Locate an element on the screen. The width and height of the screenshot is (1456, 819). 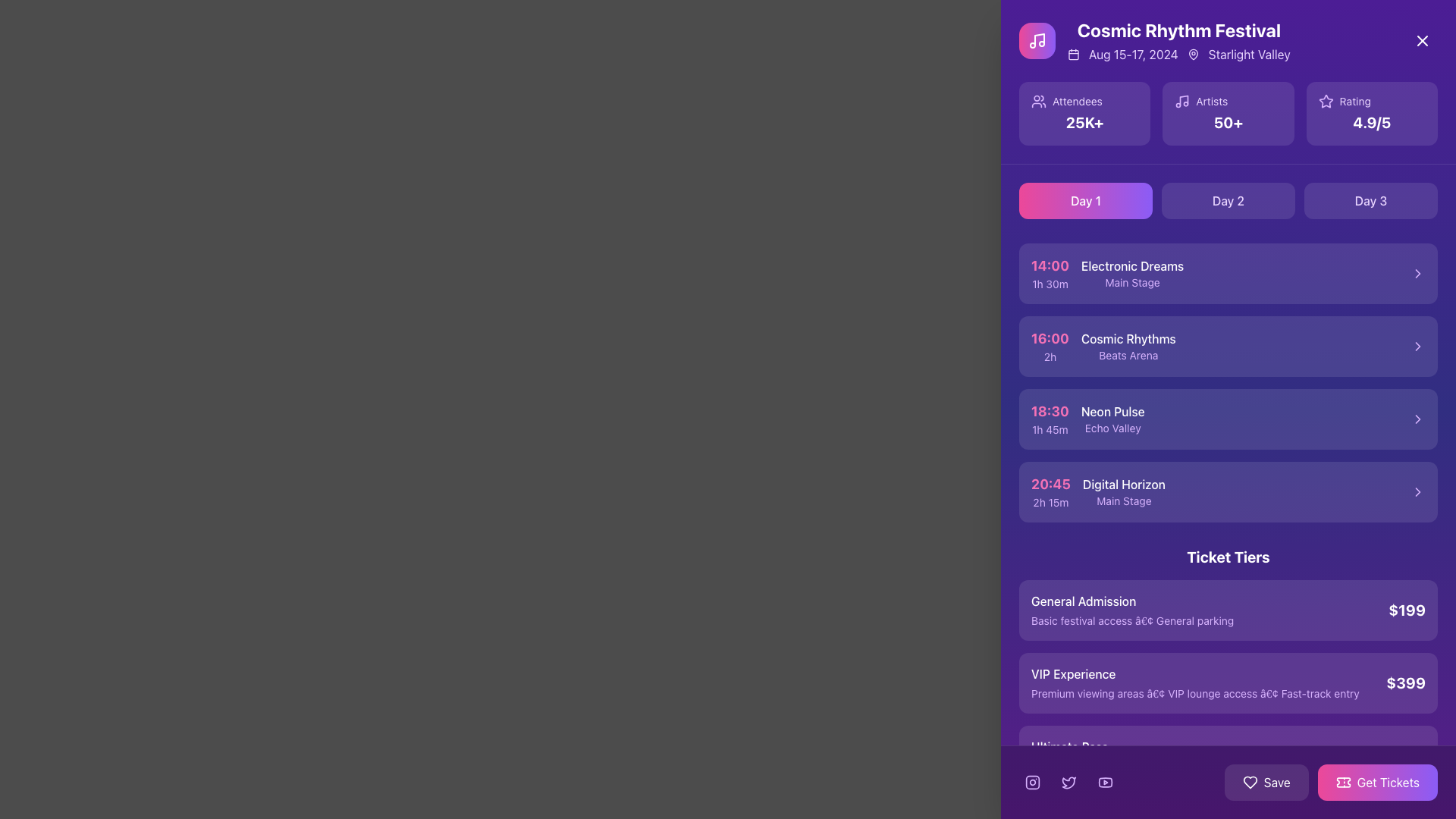
the text label representing the second day's schedule in the event details interface is located at coordinates (1228, 200).